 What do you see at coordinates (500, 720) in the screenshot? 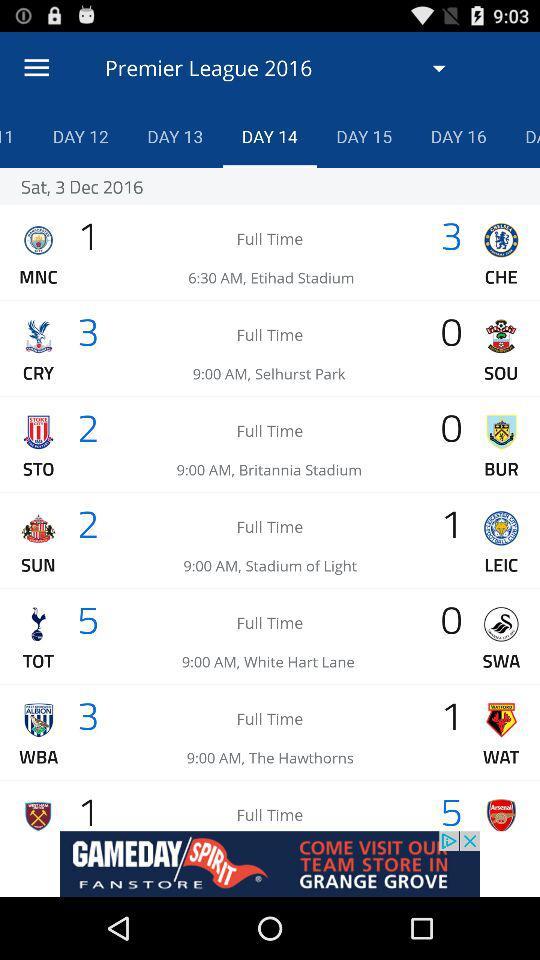
I see `the icon which is above wat` at bounding box center [500, 720].